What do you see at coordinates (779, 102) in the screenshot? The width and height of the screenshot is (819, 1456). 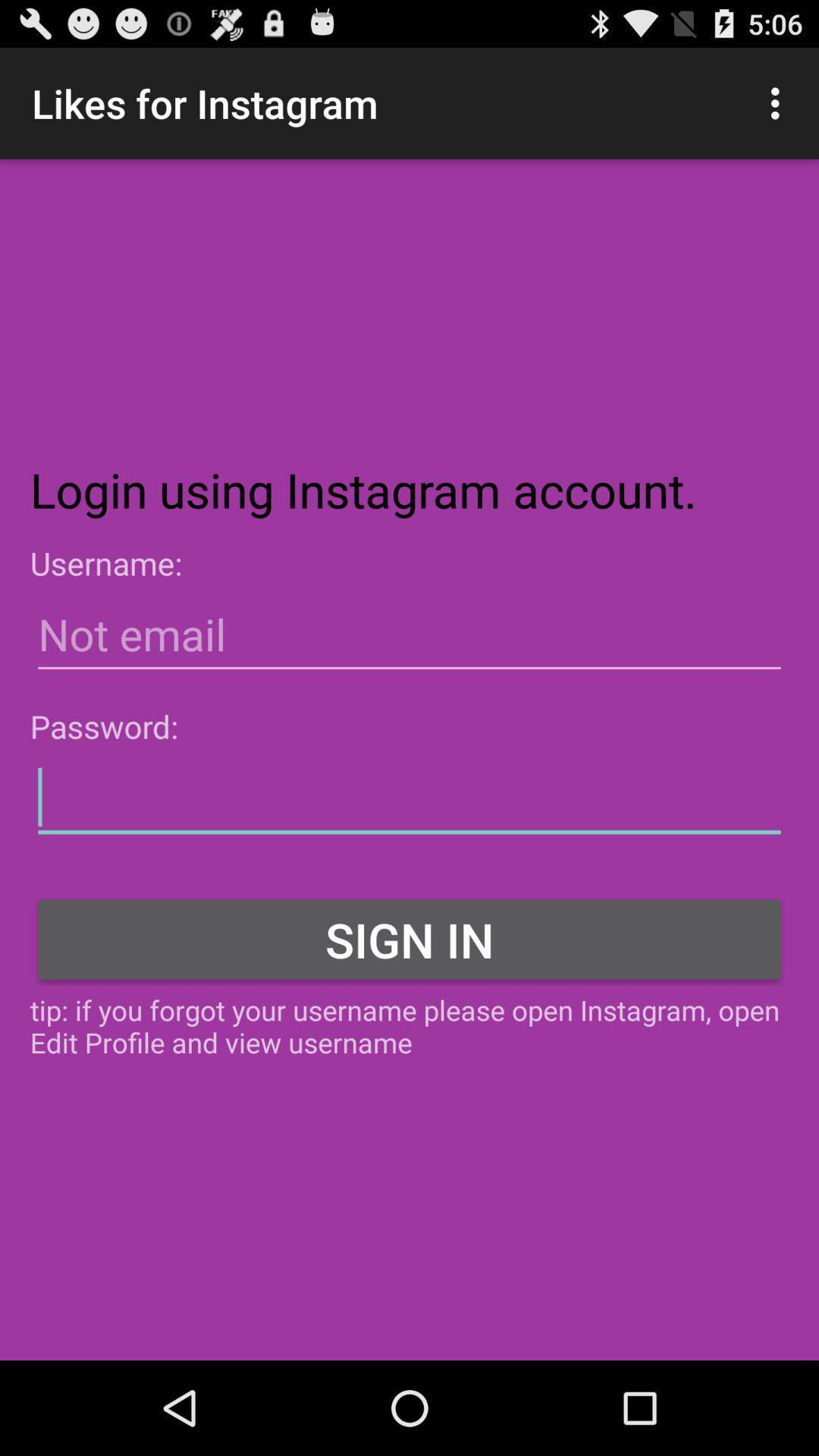 I see `the app to the right of the likes for instagram icon` at bounding box center [779, 102].